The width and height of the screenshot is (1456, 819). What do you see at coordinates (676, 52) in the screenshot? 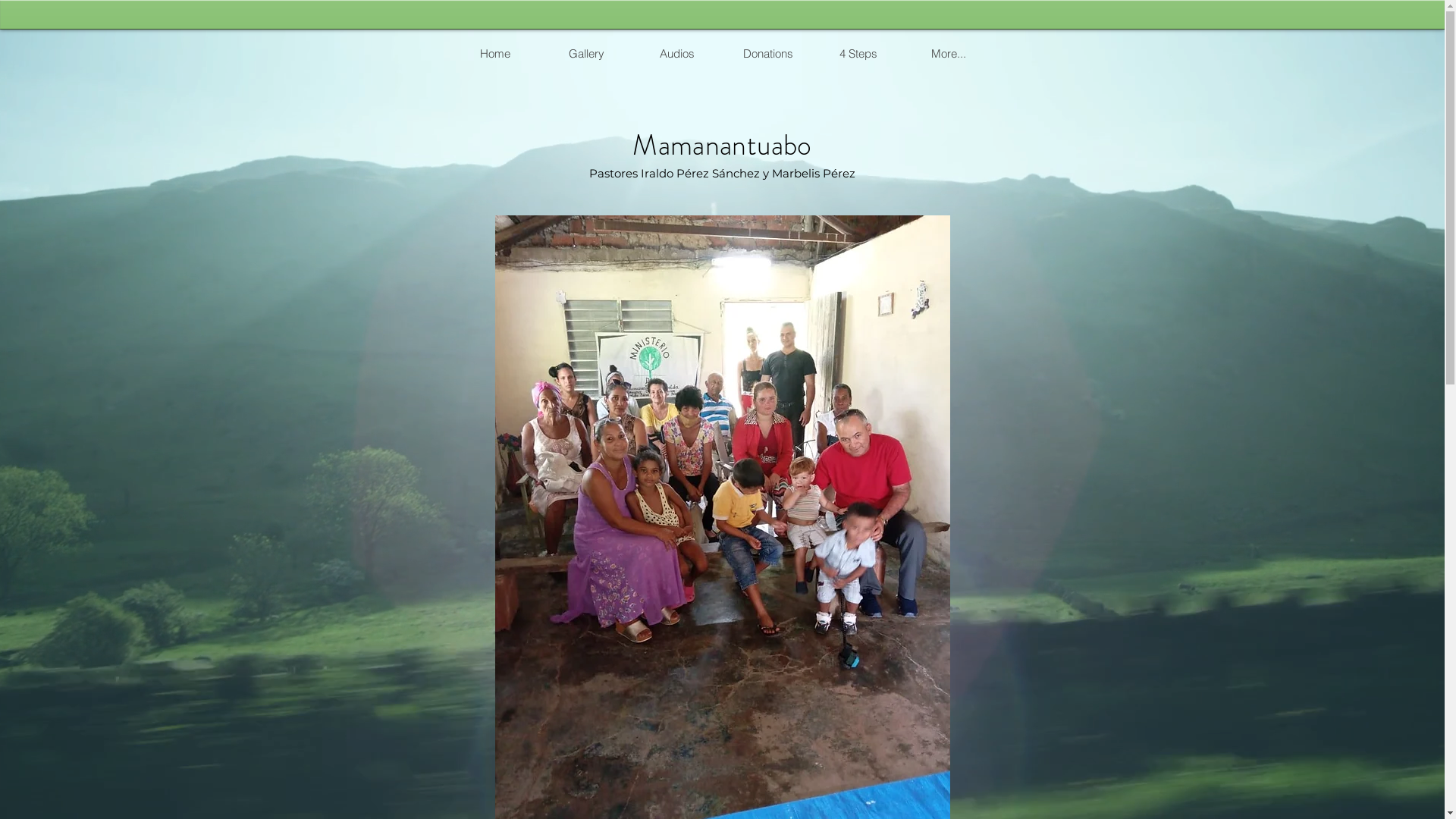
I see `'Audios'` at bounding box center [676, 52].